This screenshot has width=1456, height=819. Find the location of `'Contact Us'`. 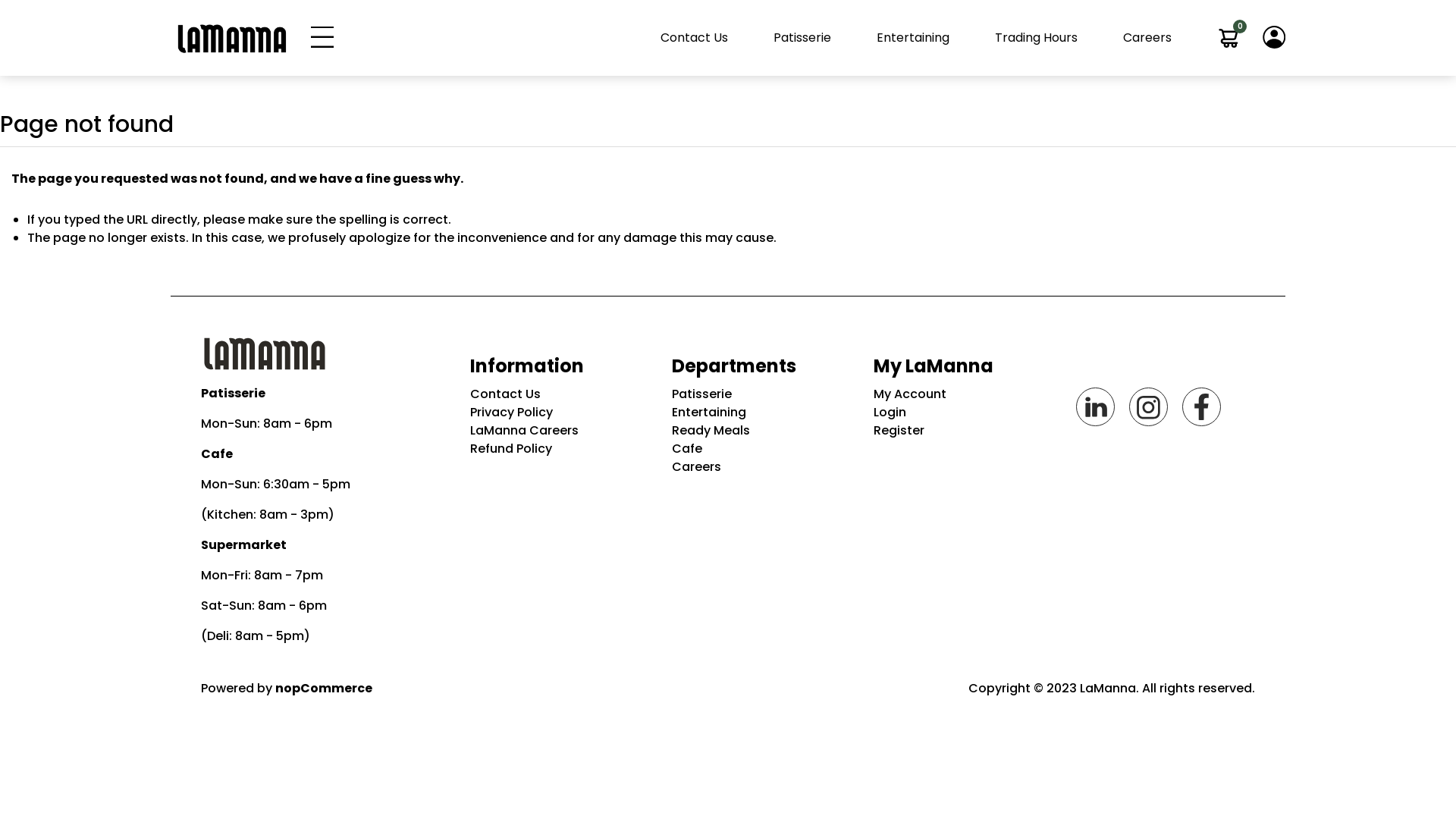

'Contact Us' is located at coordinates (652, 37).